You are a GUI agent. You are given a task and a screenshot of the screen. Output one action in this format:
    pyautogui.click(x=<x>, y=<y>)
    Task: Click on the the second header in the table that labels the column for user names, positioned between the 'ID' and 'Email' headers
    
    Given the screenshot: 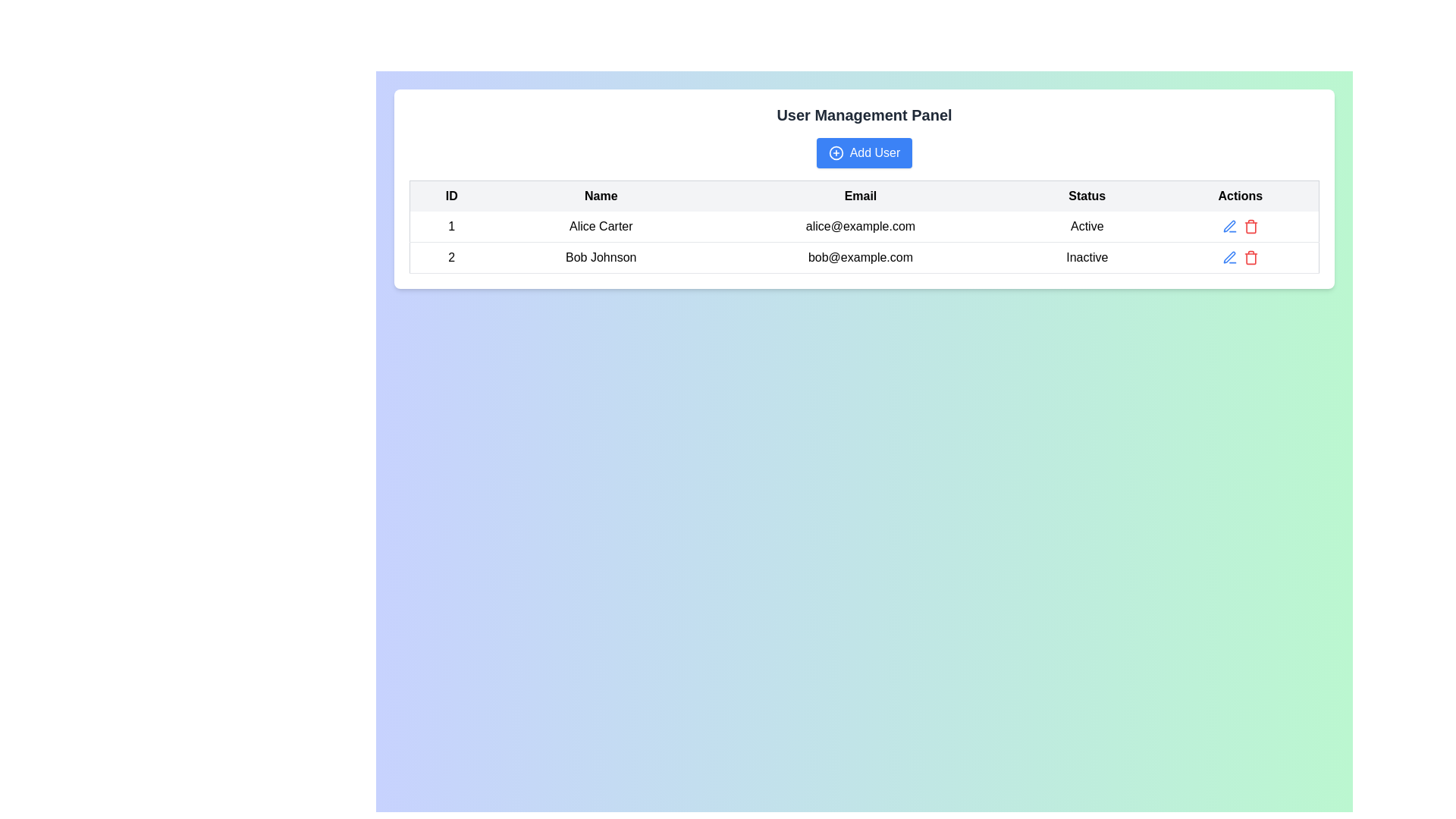 What is the action you would take?
    pyautogui.click(x=600, y=195)
    